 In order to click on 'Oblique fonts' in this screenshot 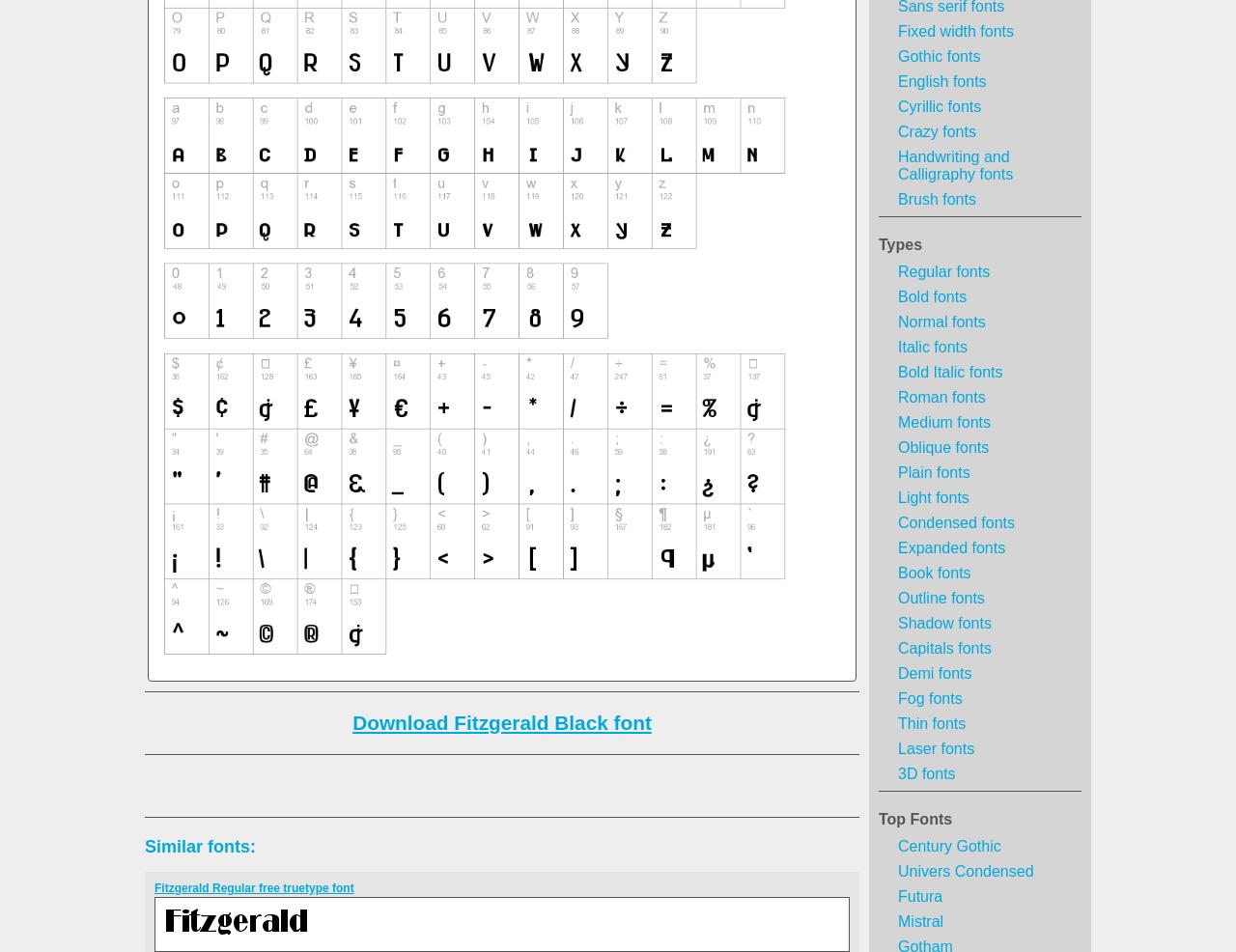, I will do `click(943, 447)`.